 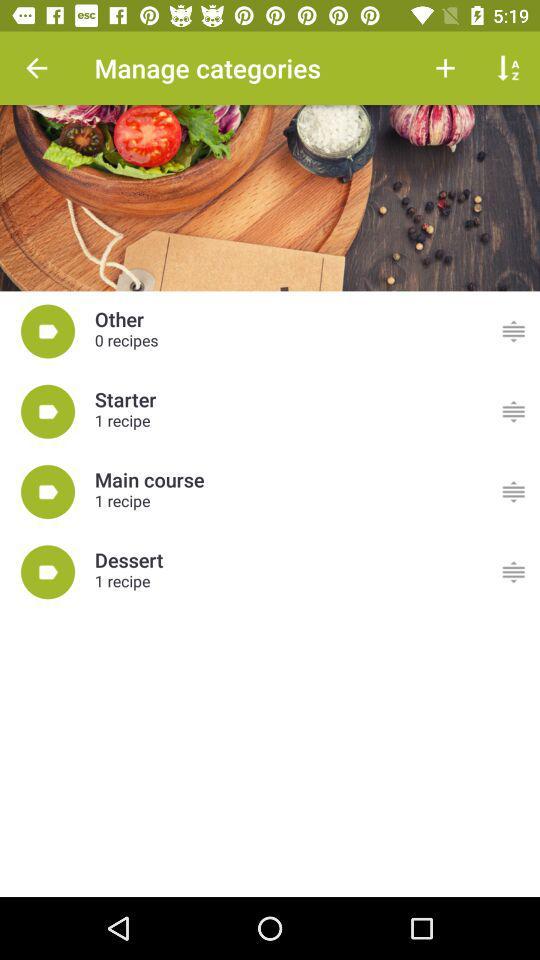 I want to click on the icon at the center of the page shown before others, so click(x=48, y=331).